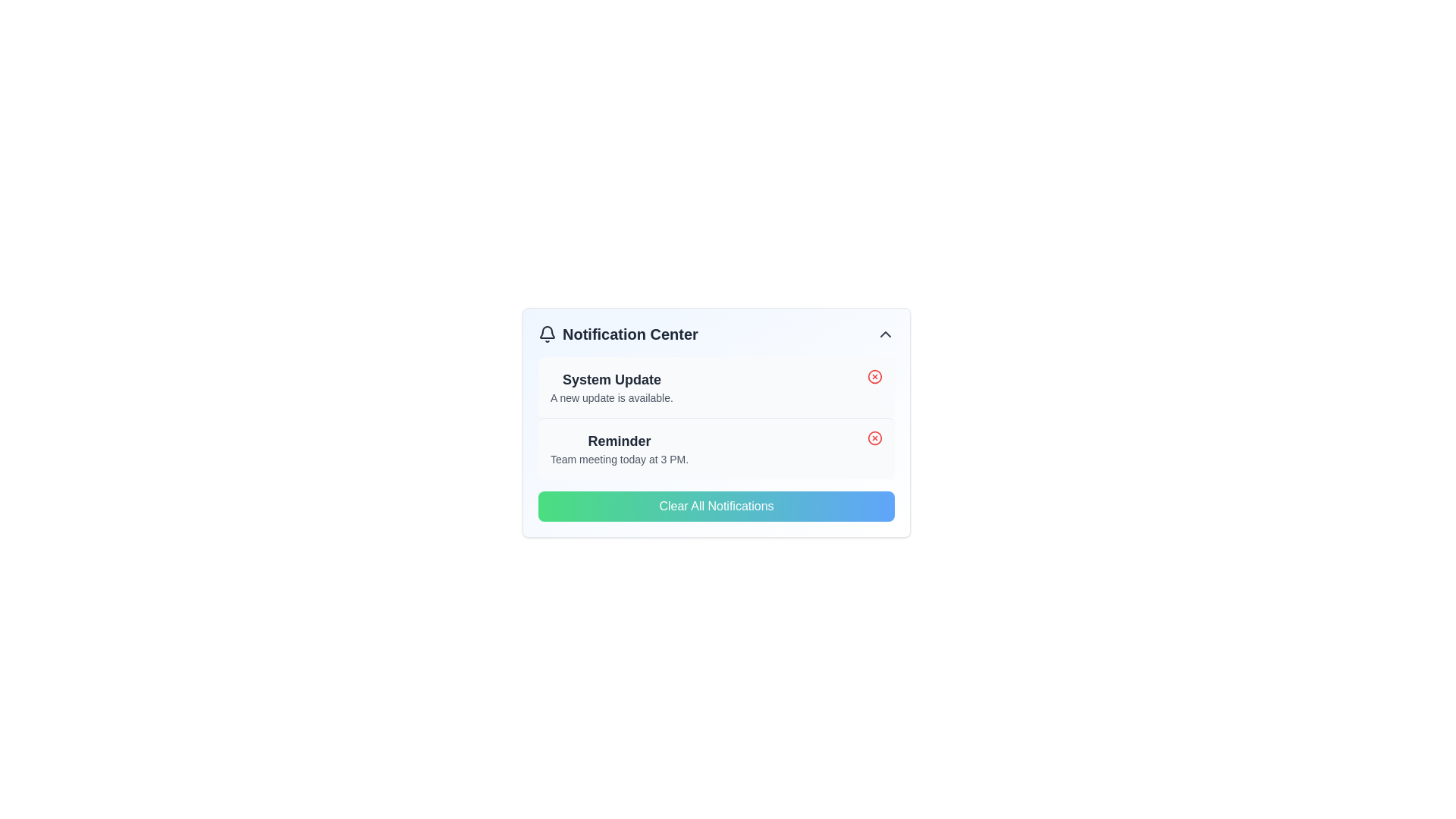 Image resolution: width=1456 pixels, height=819 pixels. I want to click on the text block that says 'Team meeting today at 3 PM.', which is located beneath the 'Reminder' heading in a gray color tone, so click(619, 458).